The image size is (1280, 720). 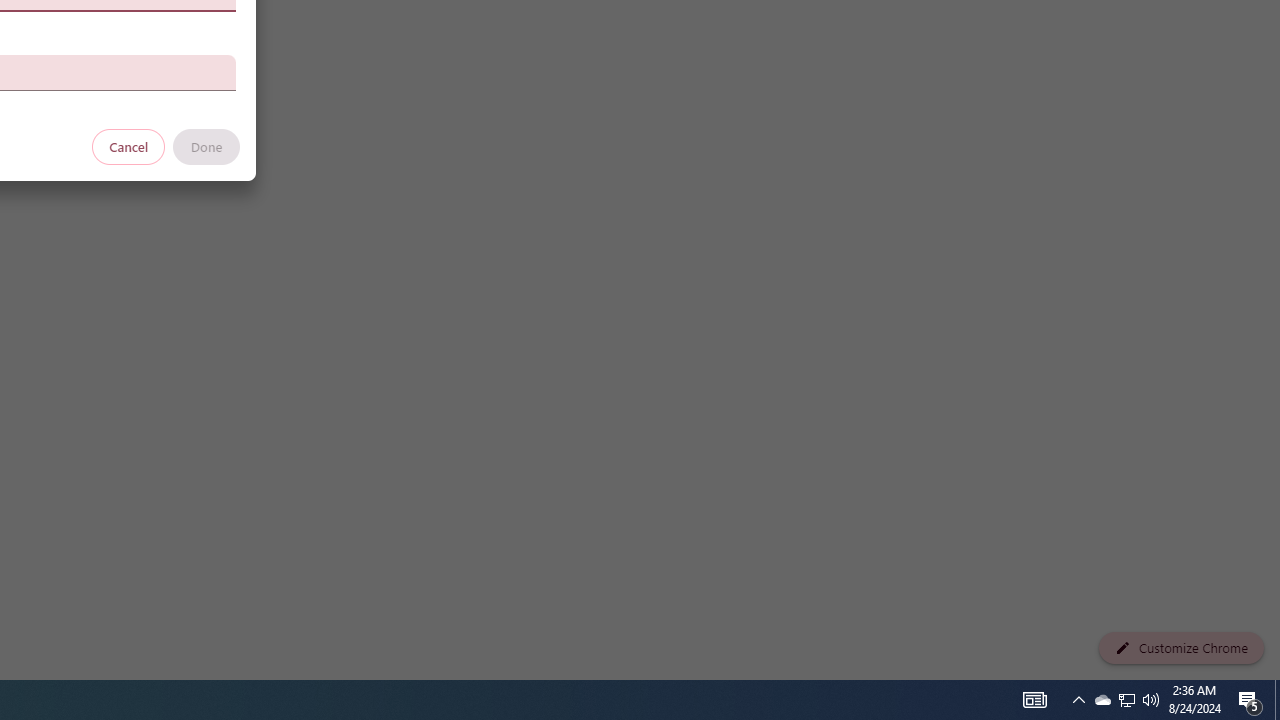 What do you see at coordinates (128, 145) in the screenshot?
I see `'Cancel'` at bounding box center [128, 145].